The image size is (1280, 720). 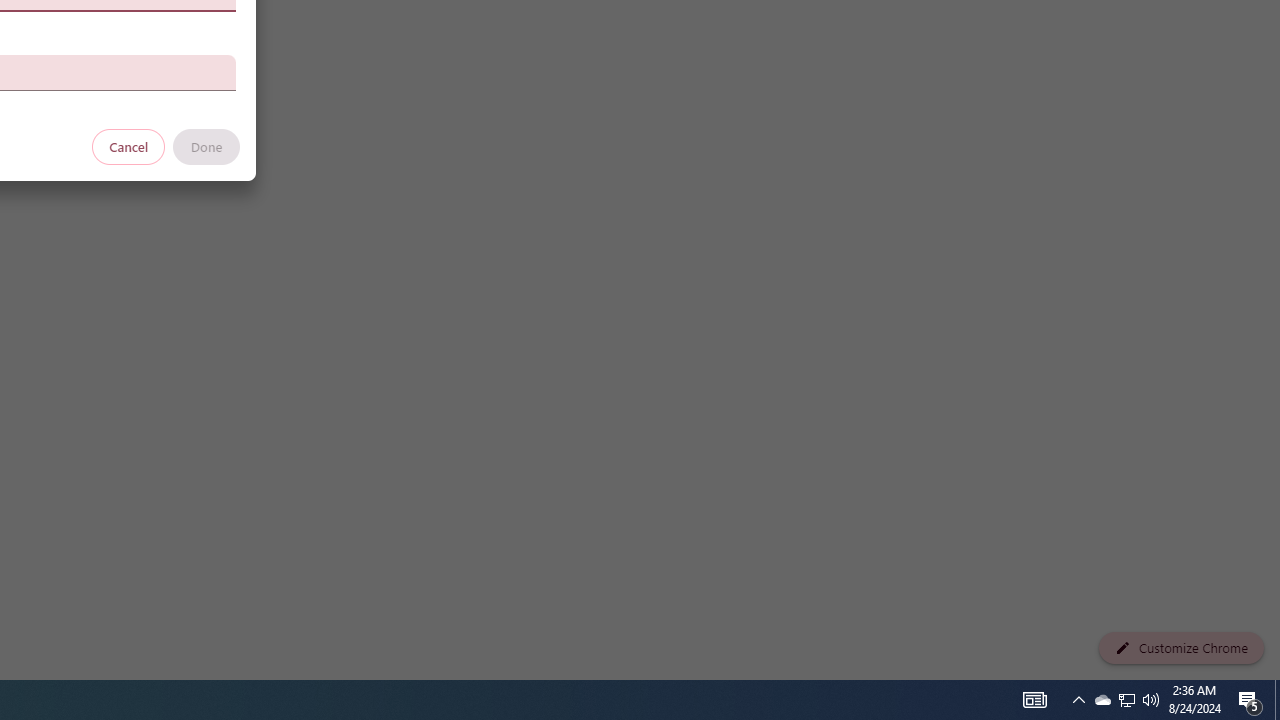 What do you see at coordinates (128, 145) in the screenshot?
I see `'Cancel'` at bounding box center [128, 145].